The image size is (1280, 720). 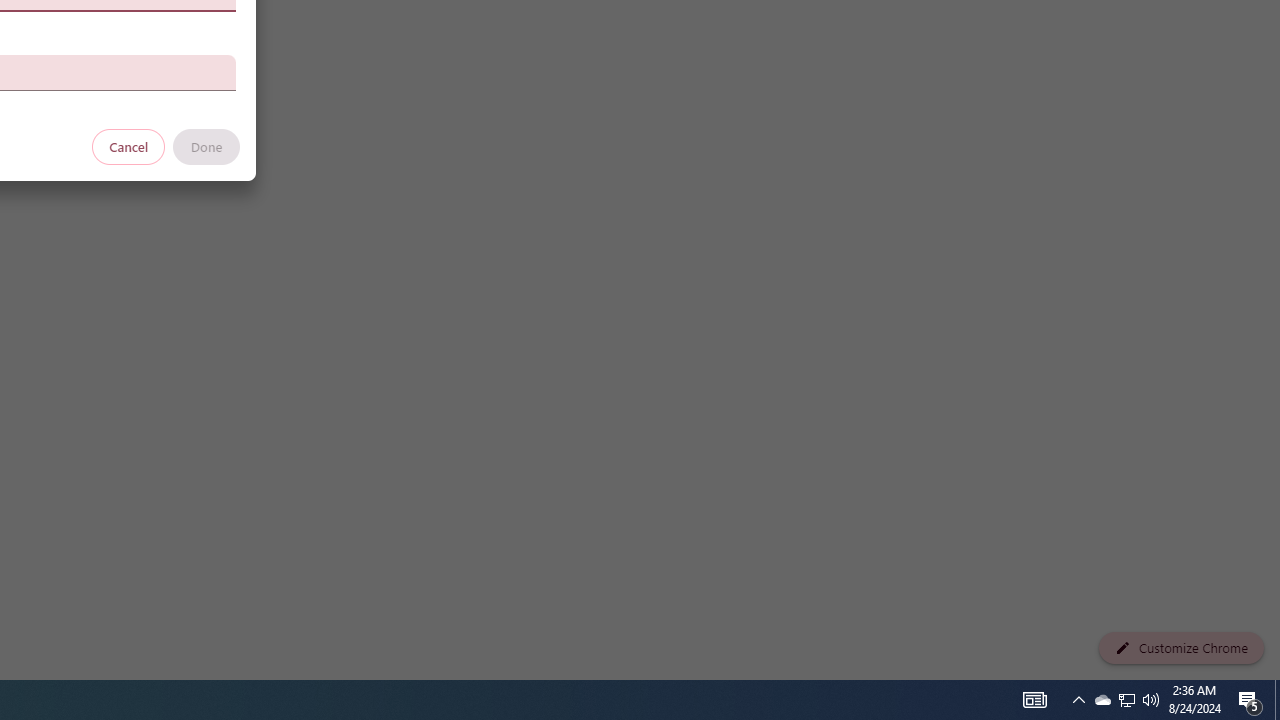 What do you see at coordinates (128, 145) in the screenshot?
I see `'Cancel'` at bounding box center [128, 145].